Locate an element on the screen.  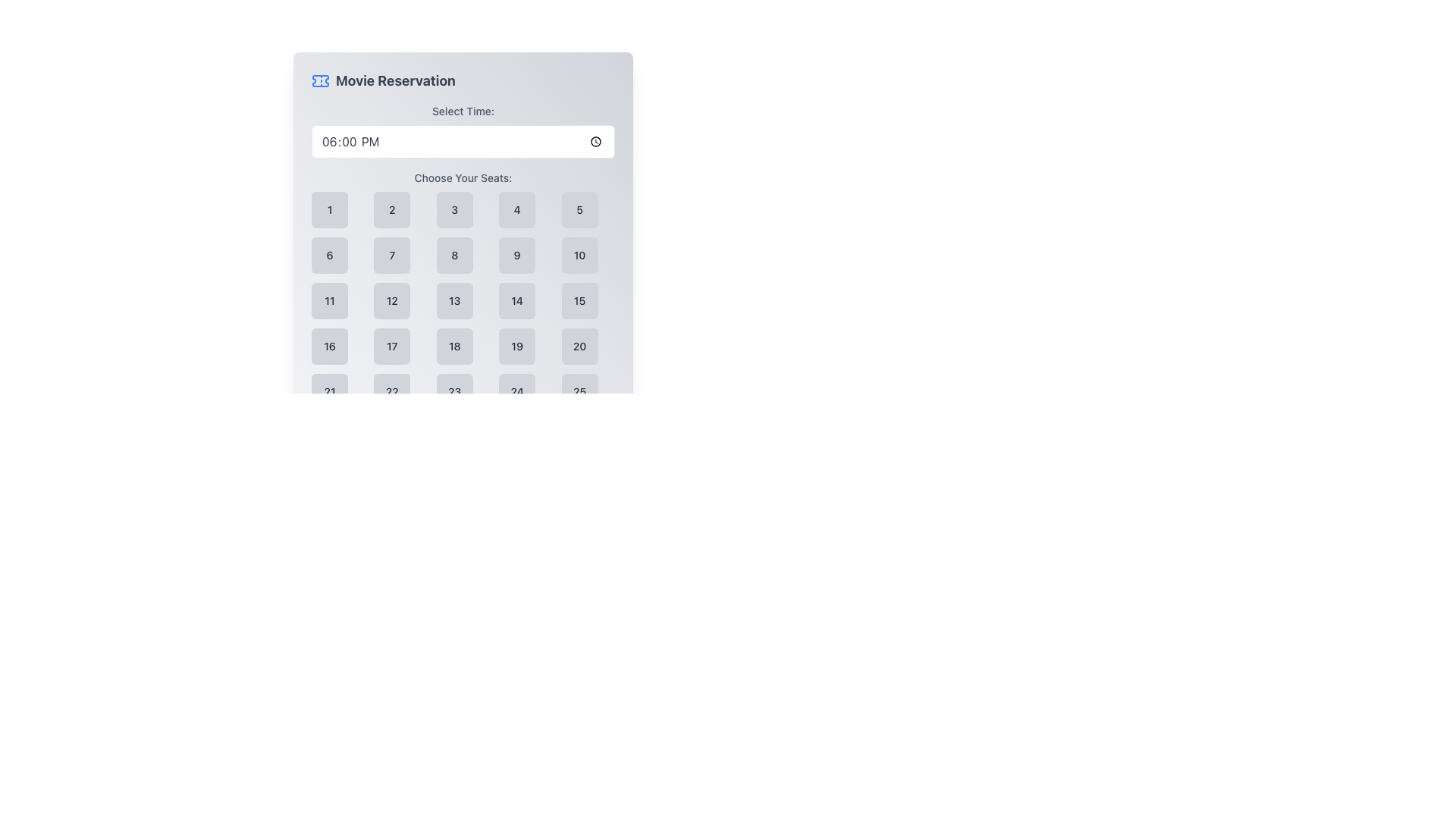
the button is located at coordinates (579, 254).